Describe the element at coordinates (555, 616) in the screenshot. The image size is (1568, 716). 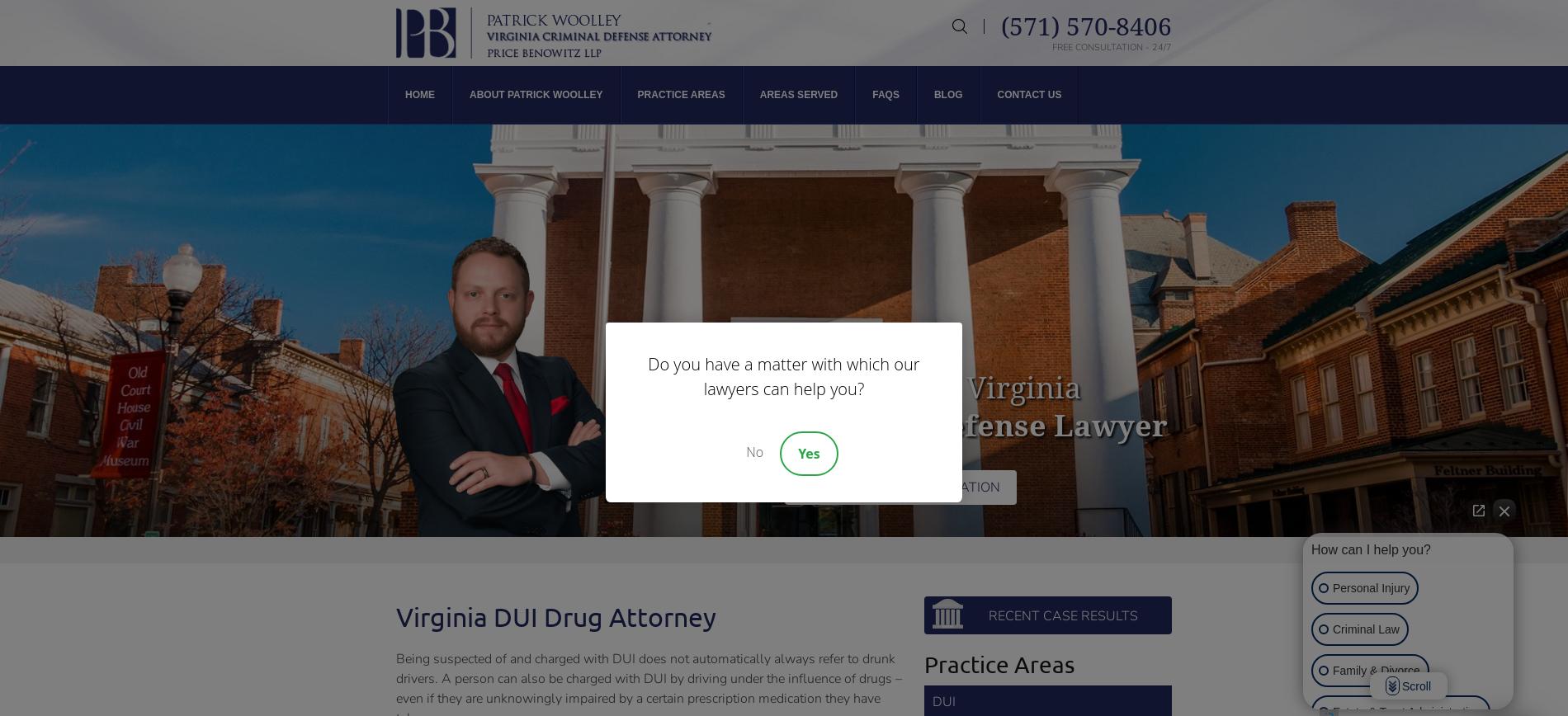
I see `'Virginia DUI Drug Attorney'` at that location.